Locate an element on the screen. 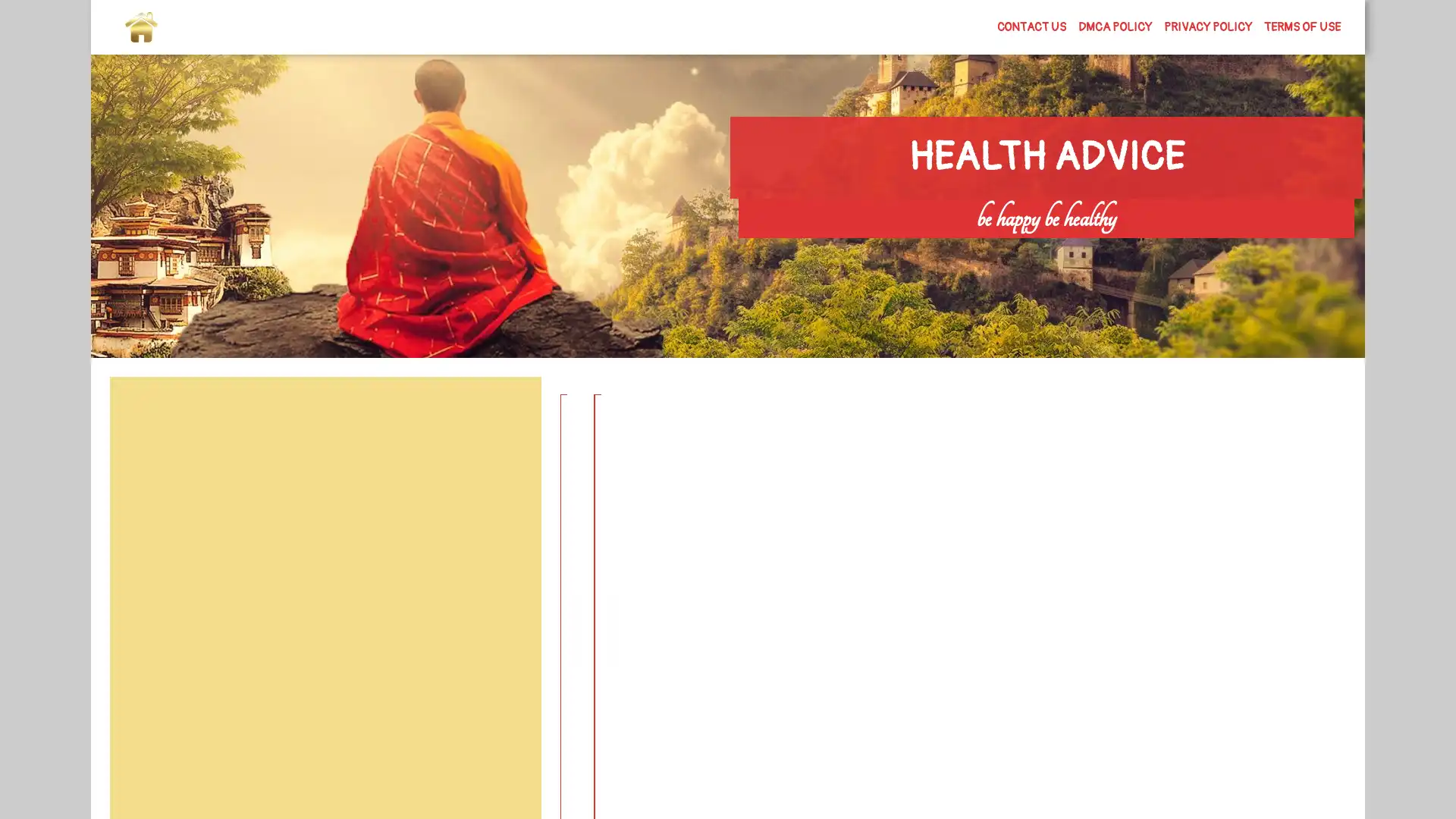  Search is located at coordinates (506, 413).